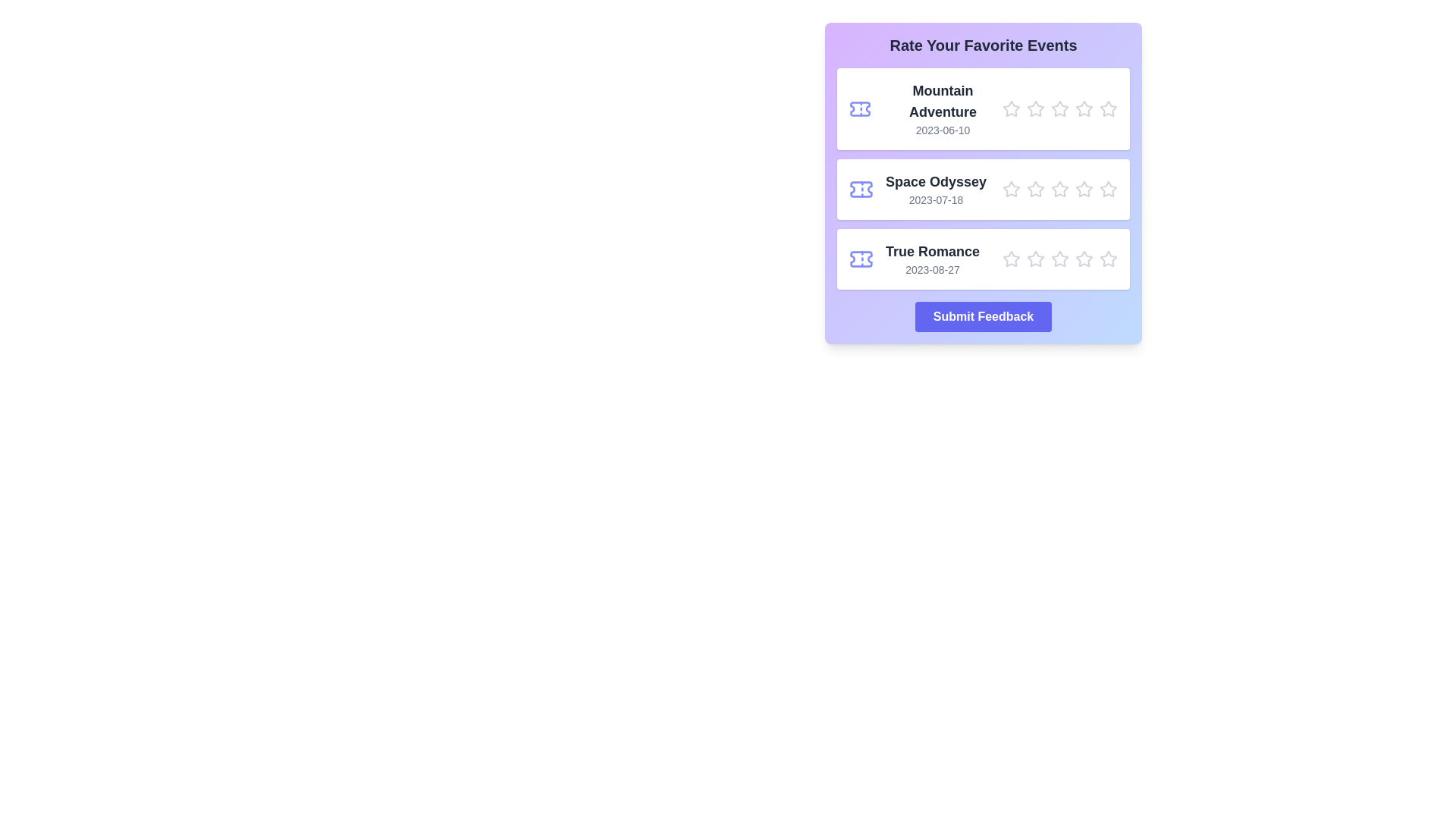 The height and width of the screenshot is (819, 1456). What do you see at coordinates (859, 108) in the screenshot?
I see `the ticket icon for the movie Mountain Adventure` at bounding box center [859, 108].